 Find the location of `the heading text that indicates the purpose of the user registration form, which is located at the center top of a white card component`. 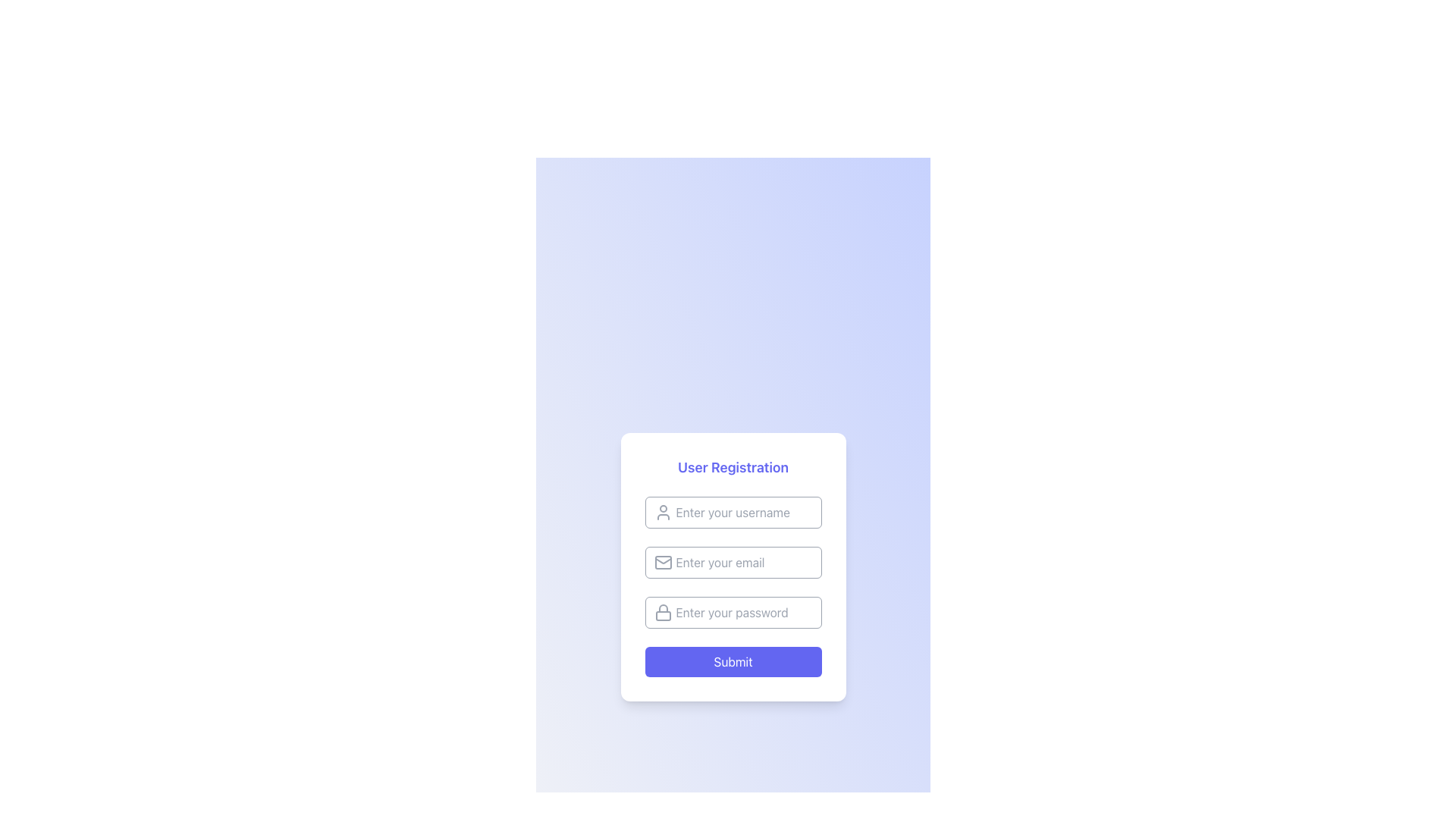

the heading text that indicates the purpose of the user registration form, which is located at the center top of a white card component is located at coordinates (733, 467).